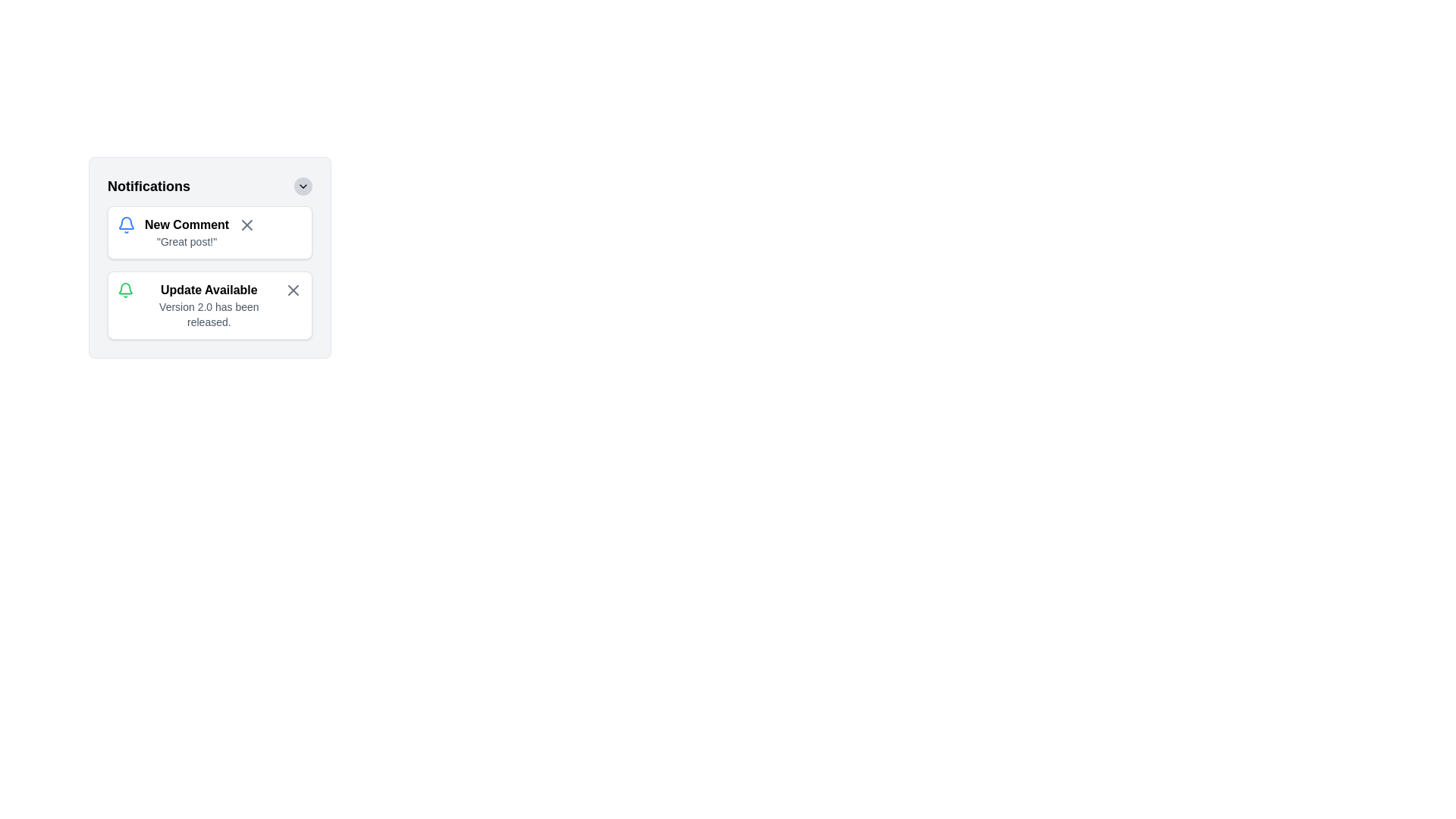 The width and height of the screenshot is (1456, 819). Describe the element at coordinates (186, 225) in the screenshot. I see `the static text label that describes the notification card titled 'New Comment "Great post!"', which is located in the top section of the notification card` at that location.